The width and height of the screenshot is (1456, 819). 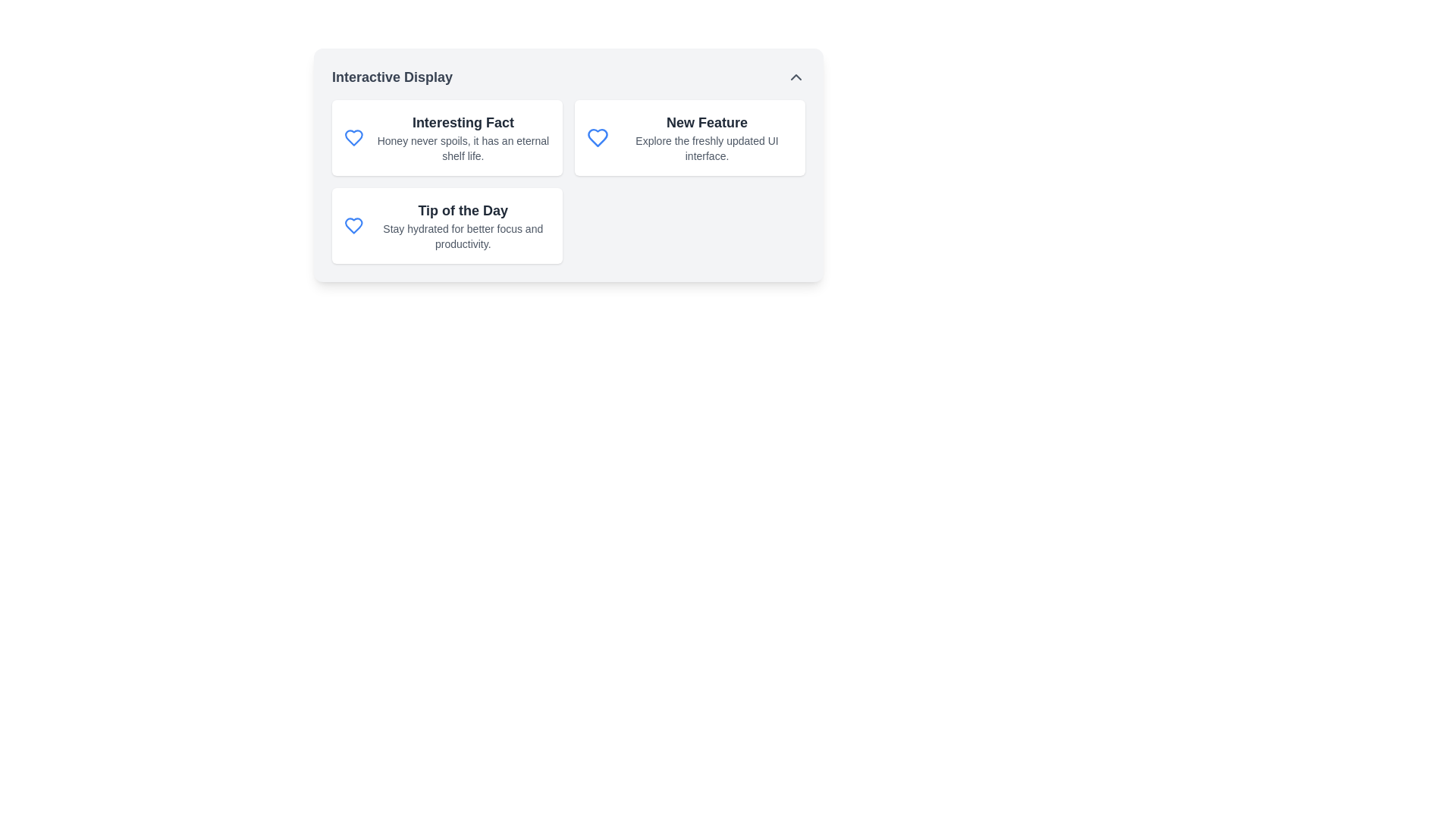 What do you see at coordinates (706, 149) in the screenshot?
I see `the descriptive text providing additional information about the 'New Feature', located in the right panel below the 'New Feature' text` at bounding box center [706, 149].